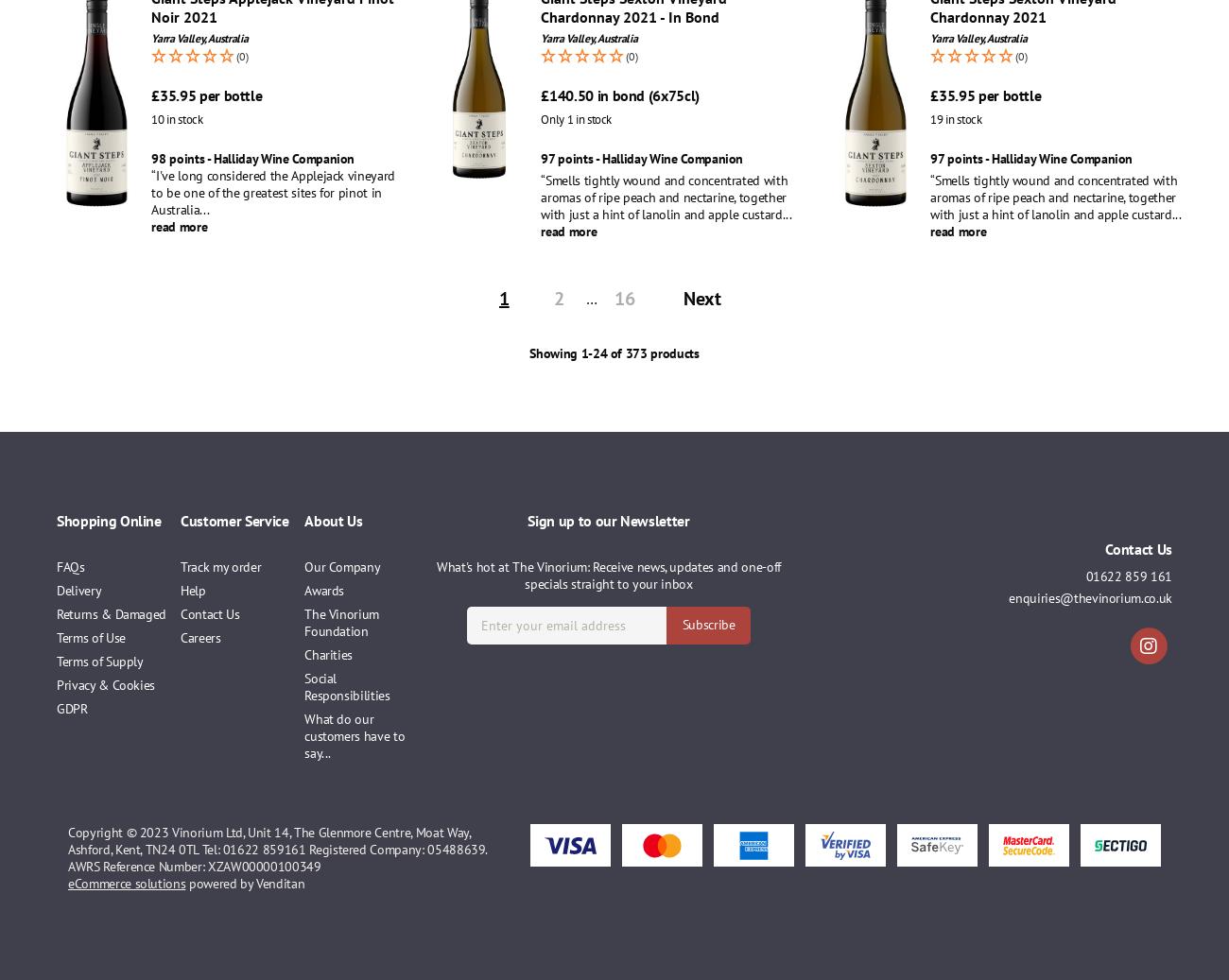  I want to click on 'Only 1 in stock', so click(576, 118).